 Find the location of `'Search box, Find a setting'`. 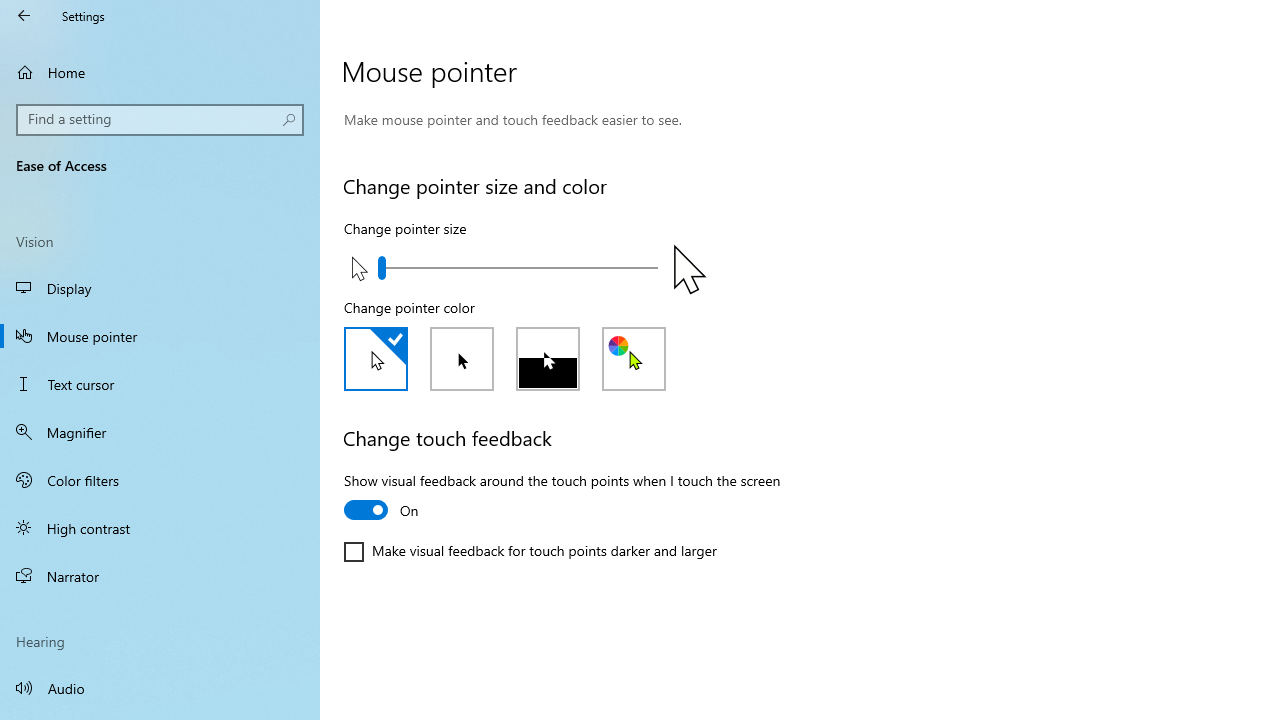

'Search box, Find a setting' is located at coordinates (160, 119).